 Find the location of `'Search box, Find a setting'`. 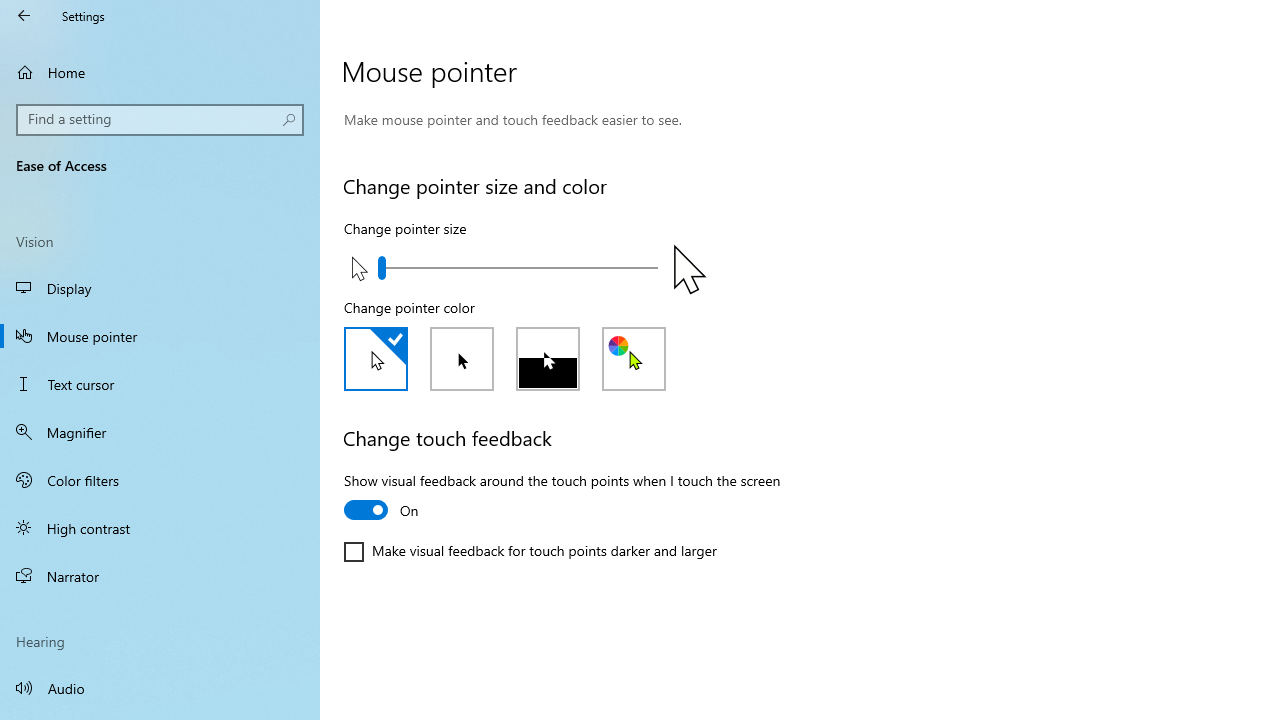

'Search box, Find a setting' is located at coordinates (160, 119).